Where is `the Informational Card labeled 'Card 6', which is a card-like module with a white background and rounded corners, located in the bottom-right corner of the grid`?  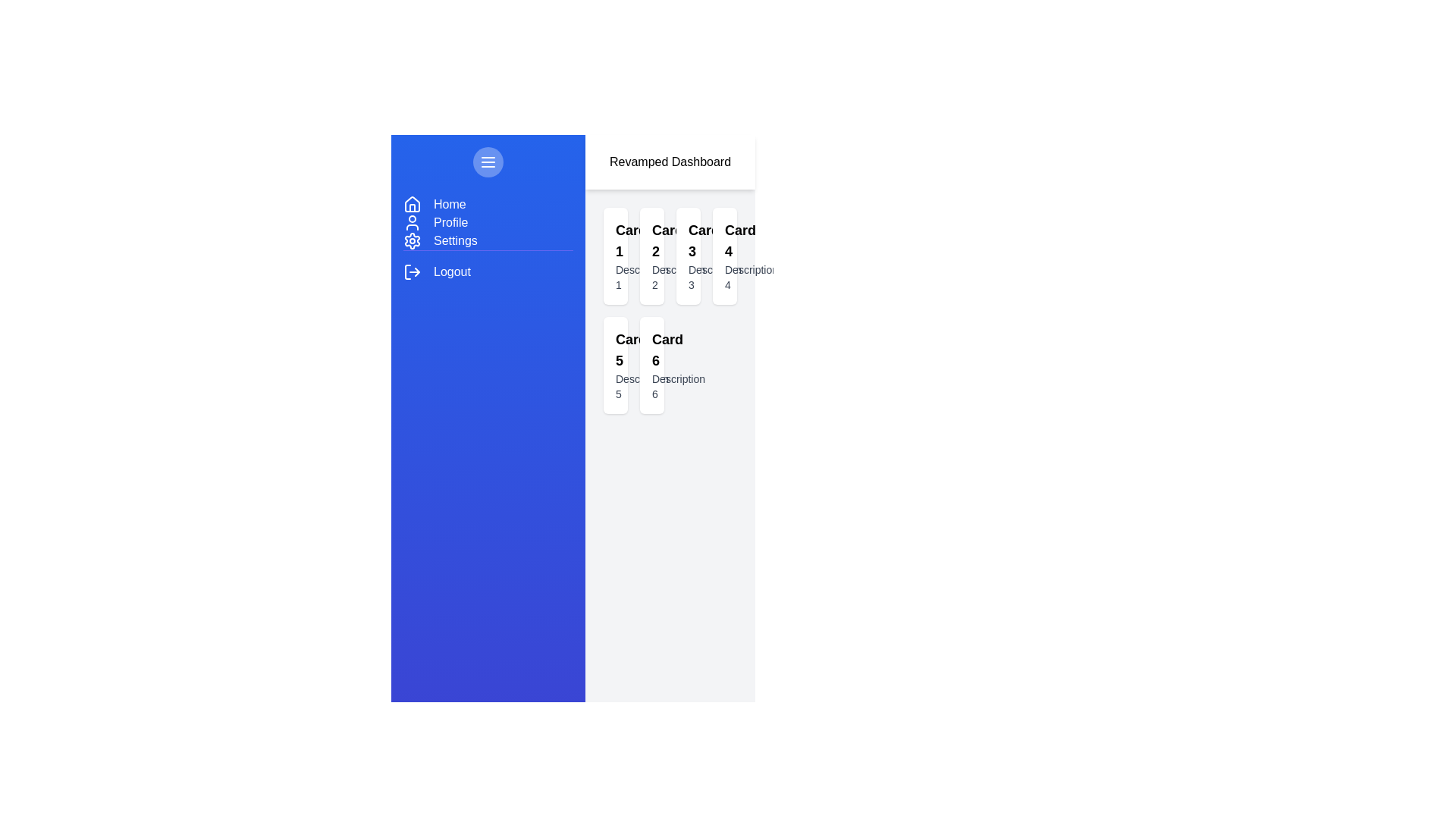
the Informational Card labeled 'Card 6', which is a card-like module with a white background and rounded corners, located in the bottom-right corner of the grid is located at coordinates (651, 366).